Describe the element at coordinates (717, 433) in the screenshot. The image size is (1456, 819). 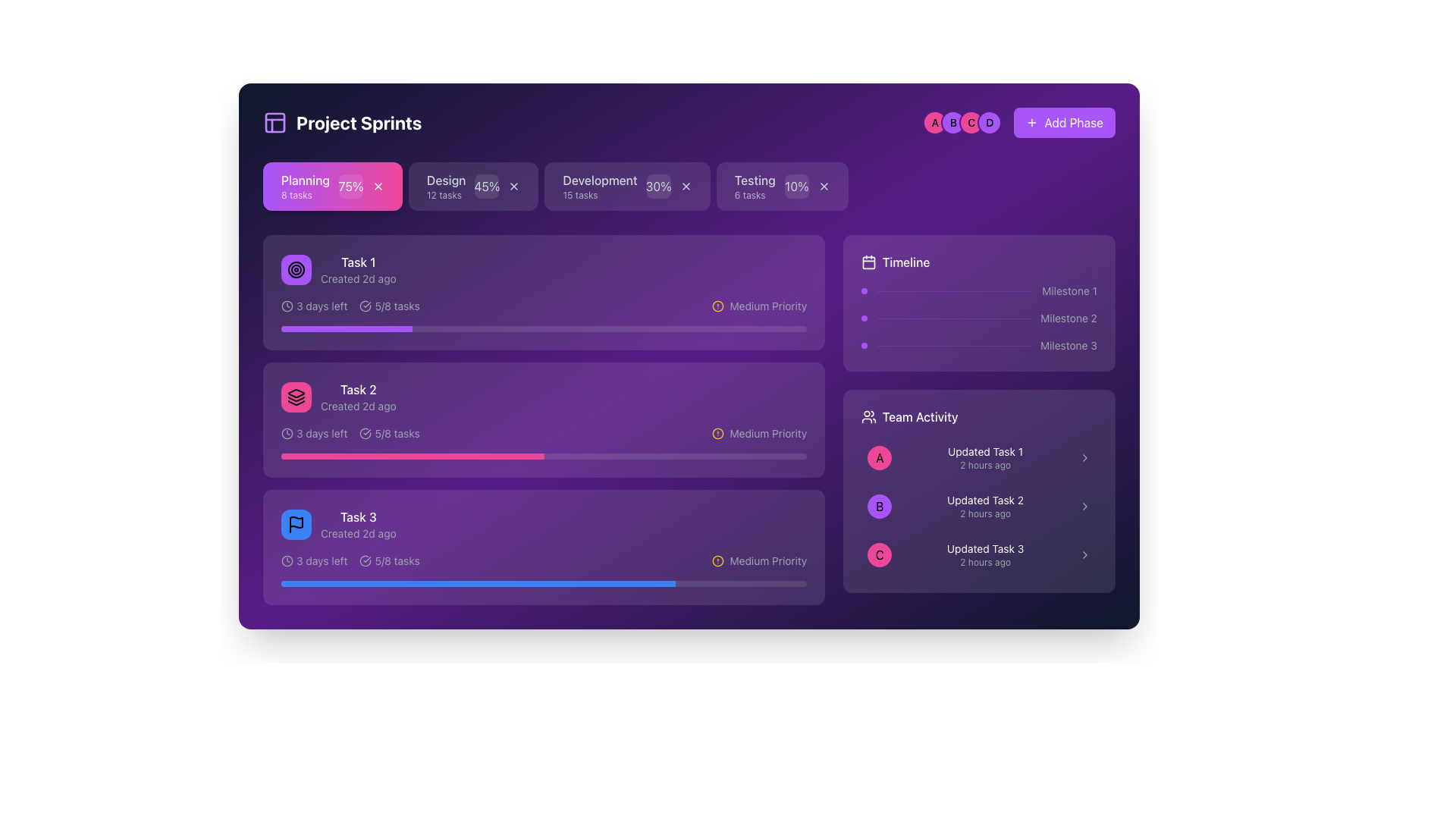
I see `the visual indication of task priority by interacting with the priority indicator represented as an SVG circle element, located to the left of the 'Medium Priority' label in the second task item of the main task list` at that location.